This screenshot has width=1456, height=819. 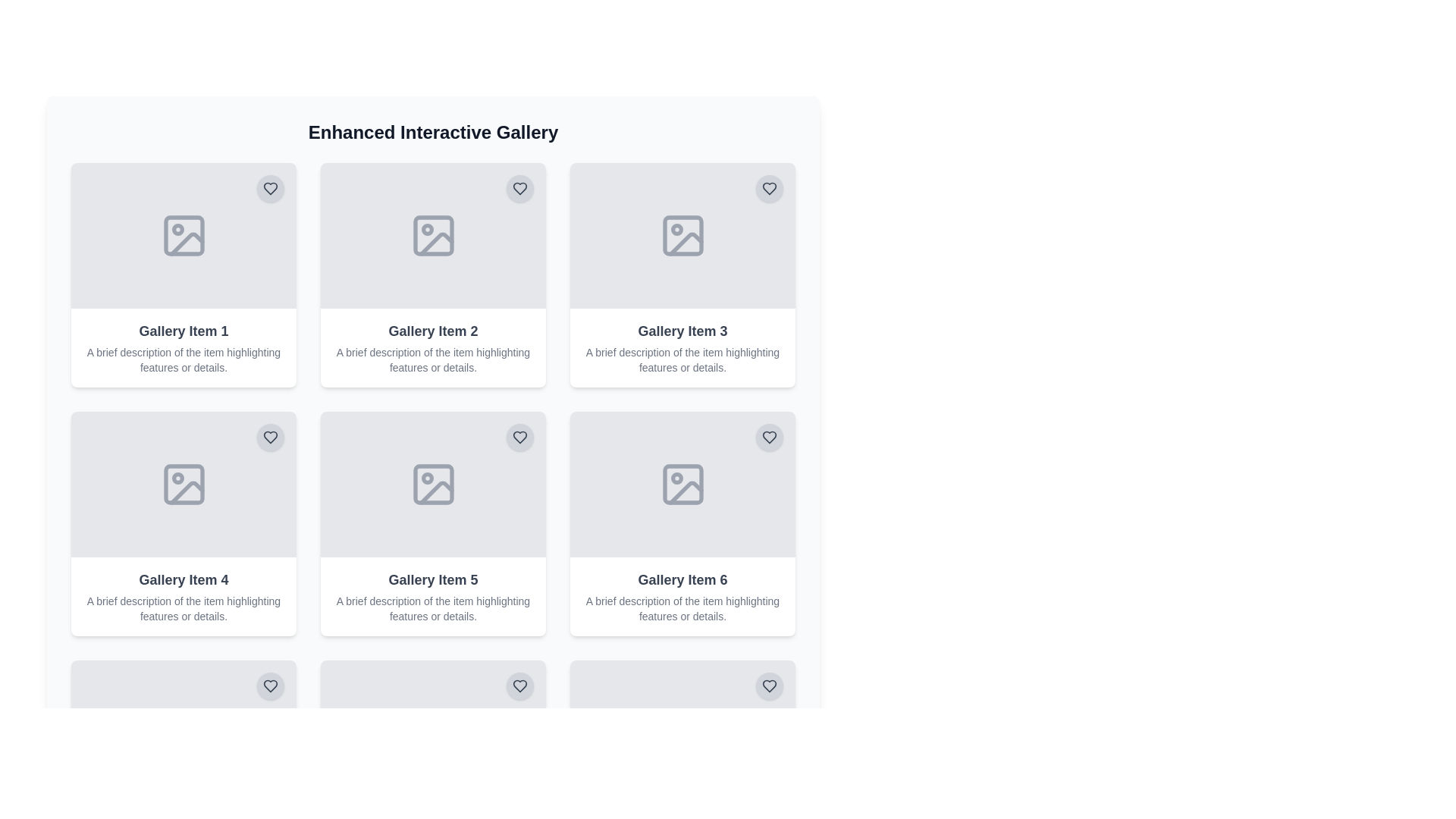 What do you see at coordinates (177, 230) in the screenshot?
I see `the small circular graphical icon located in the top-left corner of the 'Gallery Item 1' panel` at bounding box center [177, 230].